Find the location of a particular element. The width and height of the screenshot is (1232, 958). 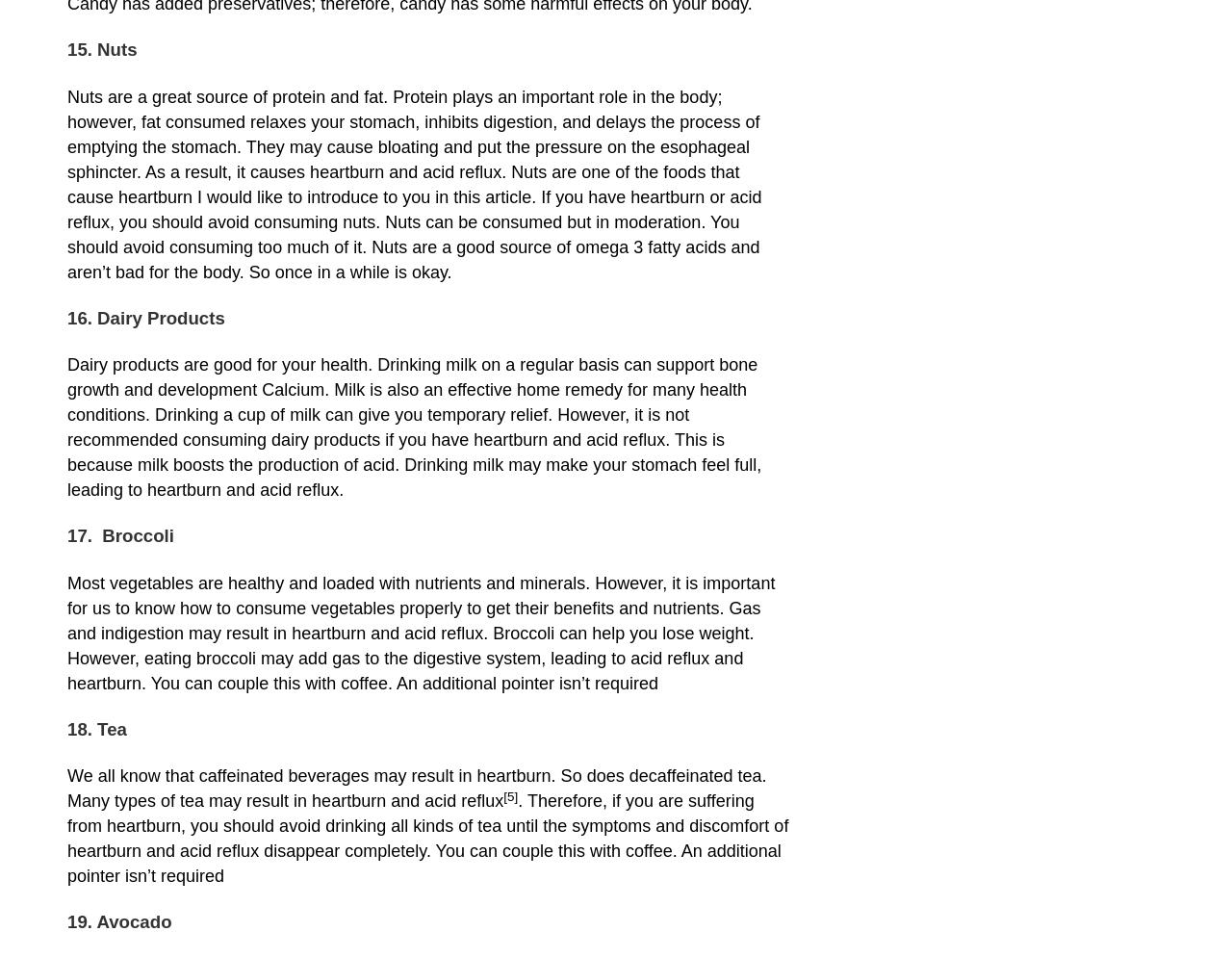

'consume vegetables properly to get their benefits and nutrients. Gas and indigestion may result in heartburn and acid reflux. Broccoli can' is located at coordinates (412, 619).